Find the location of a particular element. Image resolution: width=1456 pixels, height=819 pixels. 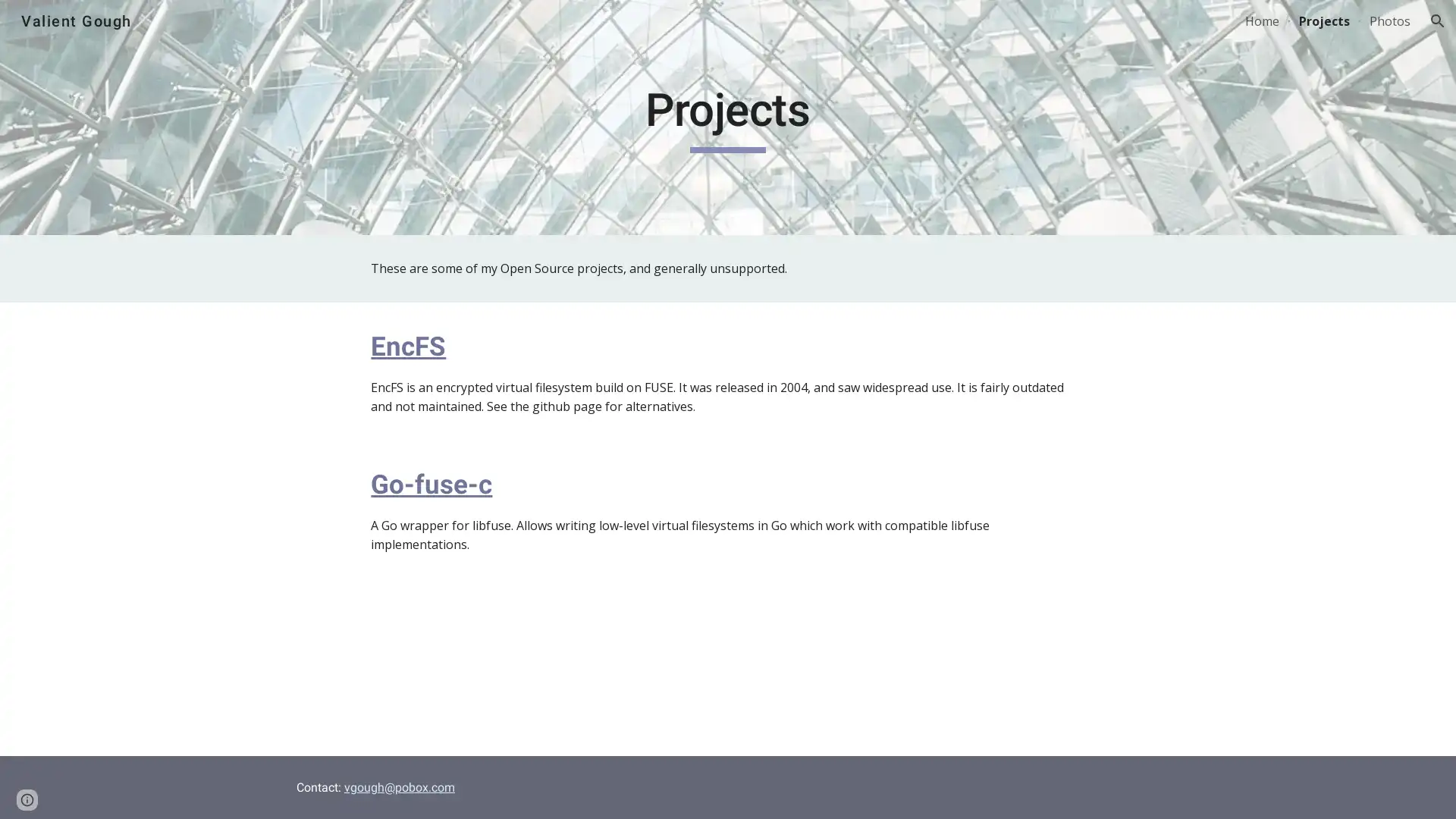

Google Sites is located at coordinates (117, 792).